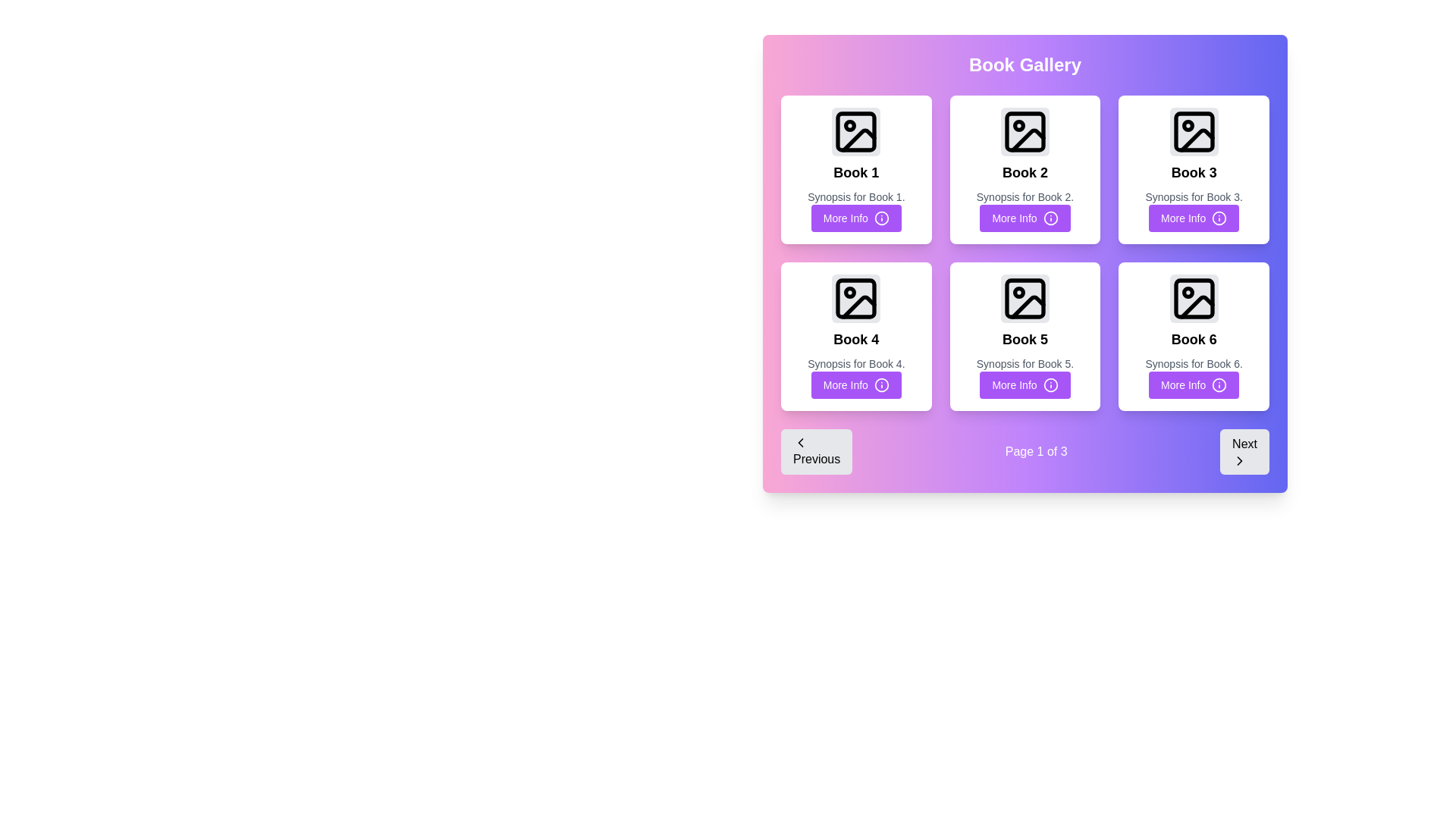 The height and width of the screenshot is (819, 1456). What do you see at coordinates (1025, 298) in the screenshot?
I see `the non-interactive graphic element representing the image placeholder for 'Book 5', located in the second row and second column of the grid layout` at bounding box center [1025, 298].